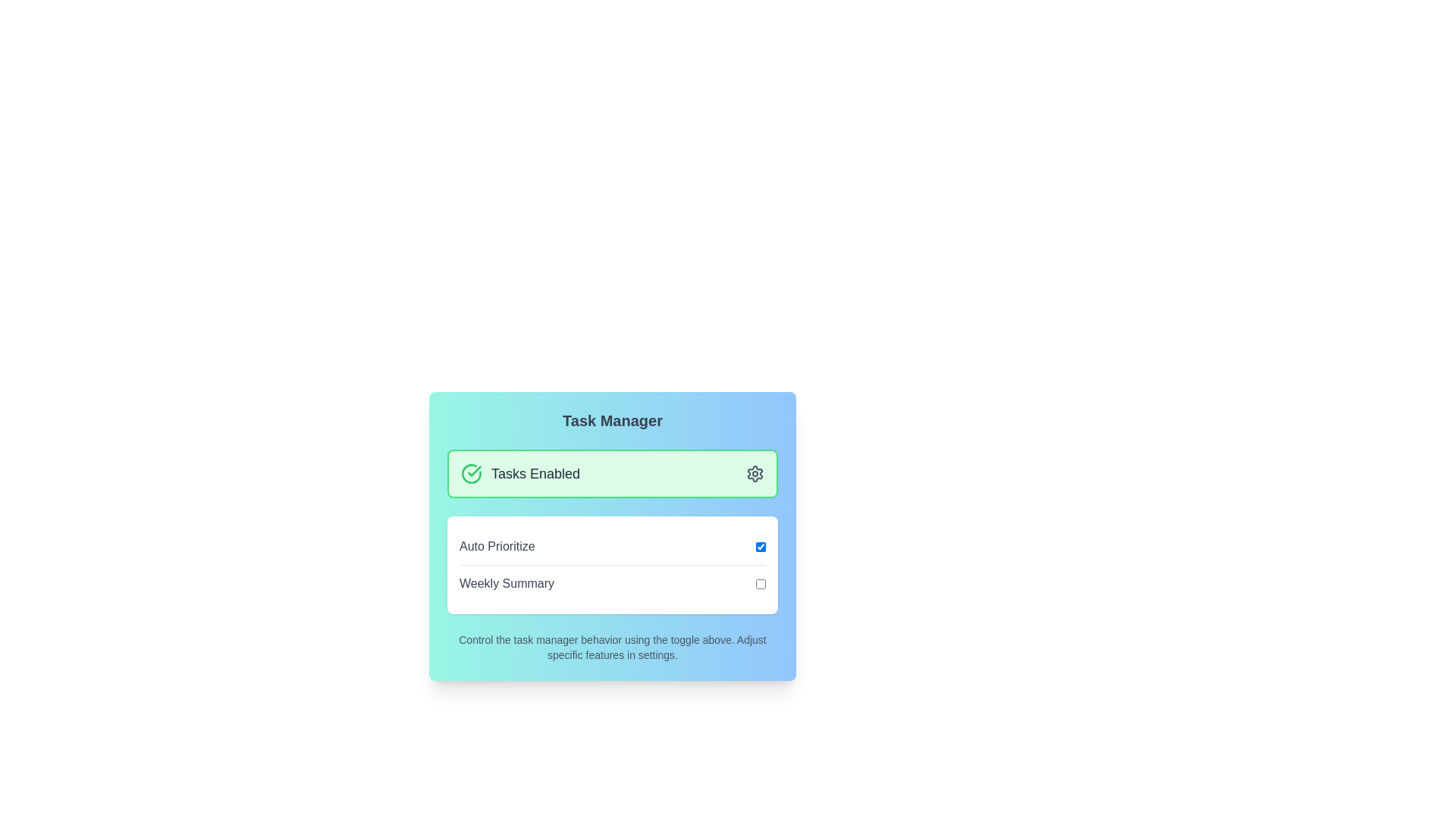 The height and width of the screenshot is (819, 1456). Describe the element at coordinates (612, 647) in the screenshot. I see `the static text element that contains the message 'Control the task manager behavior using the toggle above. Adjust specific features in settings.' located at the bottom section of the 'Task Manager' card` at that location.